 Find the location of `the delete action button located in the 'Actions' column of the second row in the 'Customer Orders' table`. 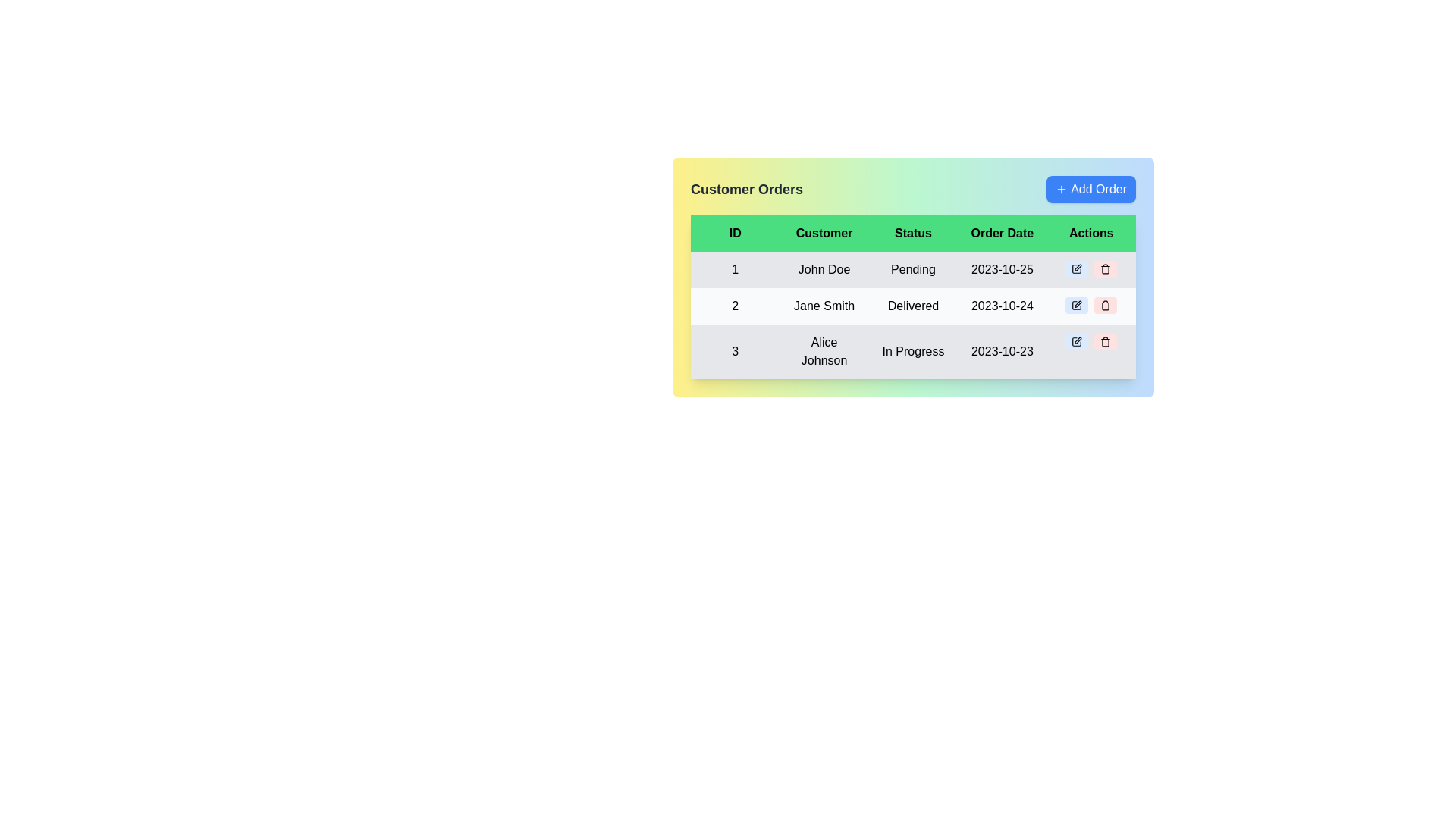

the delete action button located in the 'Actions' column of the second row in the 'Customer Orders' table is located at coordinates (1106, 305).